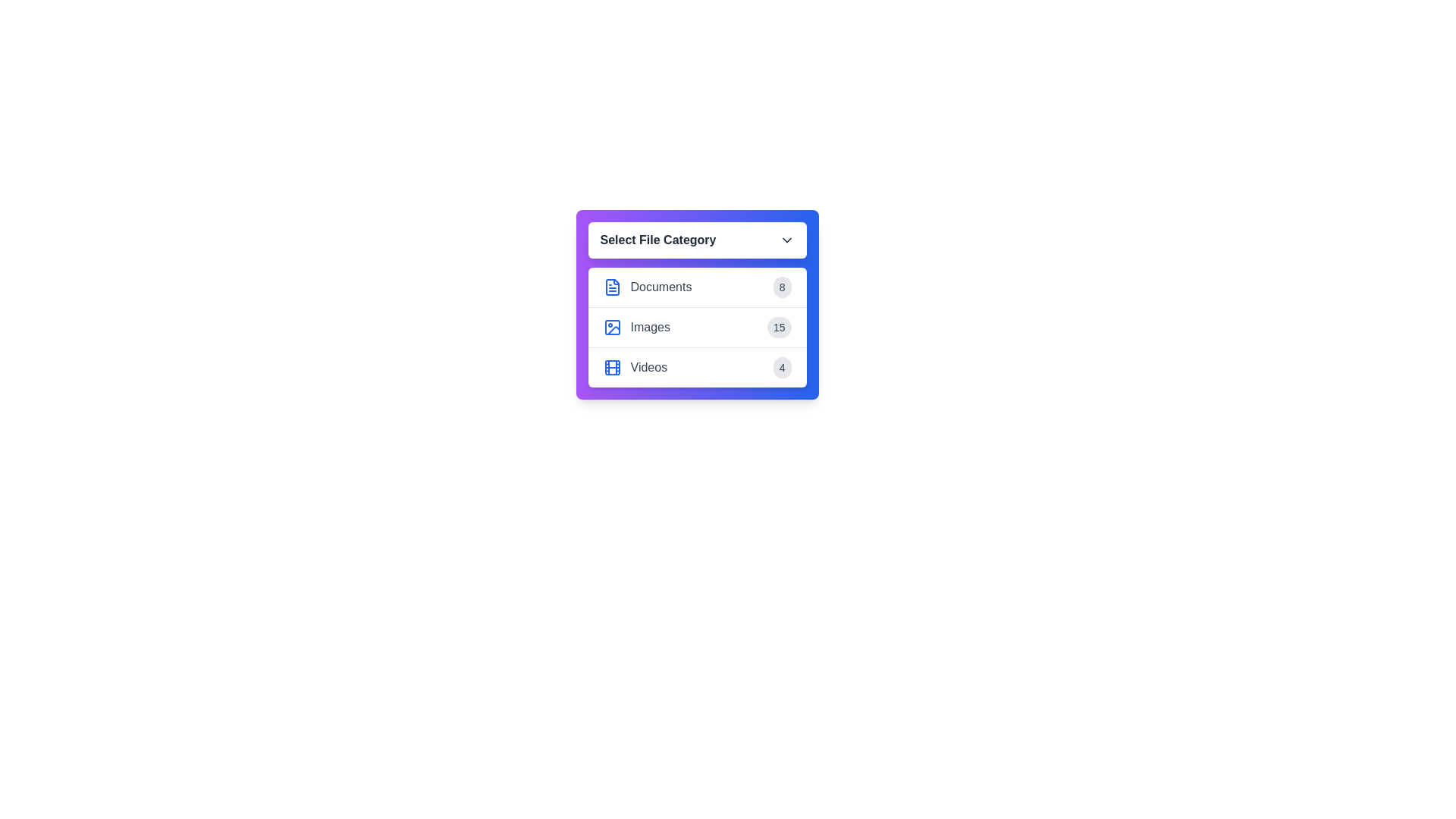 The width and height of the screenshot is (1456, 819). What do you see at coordinates (696, 367) in the screenshot?
I see `the third selectable list item labeled 'Videos' with a counter '4', which is visually aligned to the left in its card-style frame` at bounding box center [696, 367].